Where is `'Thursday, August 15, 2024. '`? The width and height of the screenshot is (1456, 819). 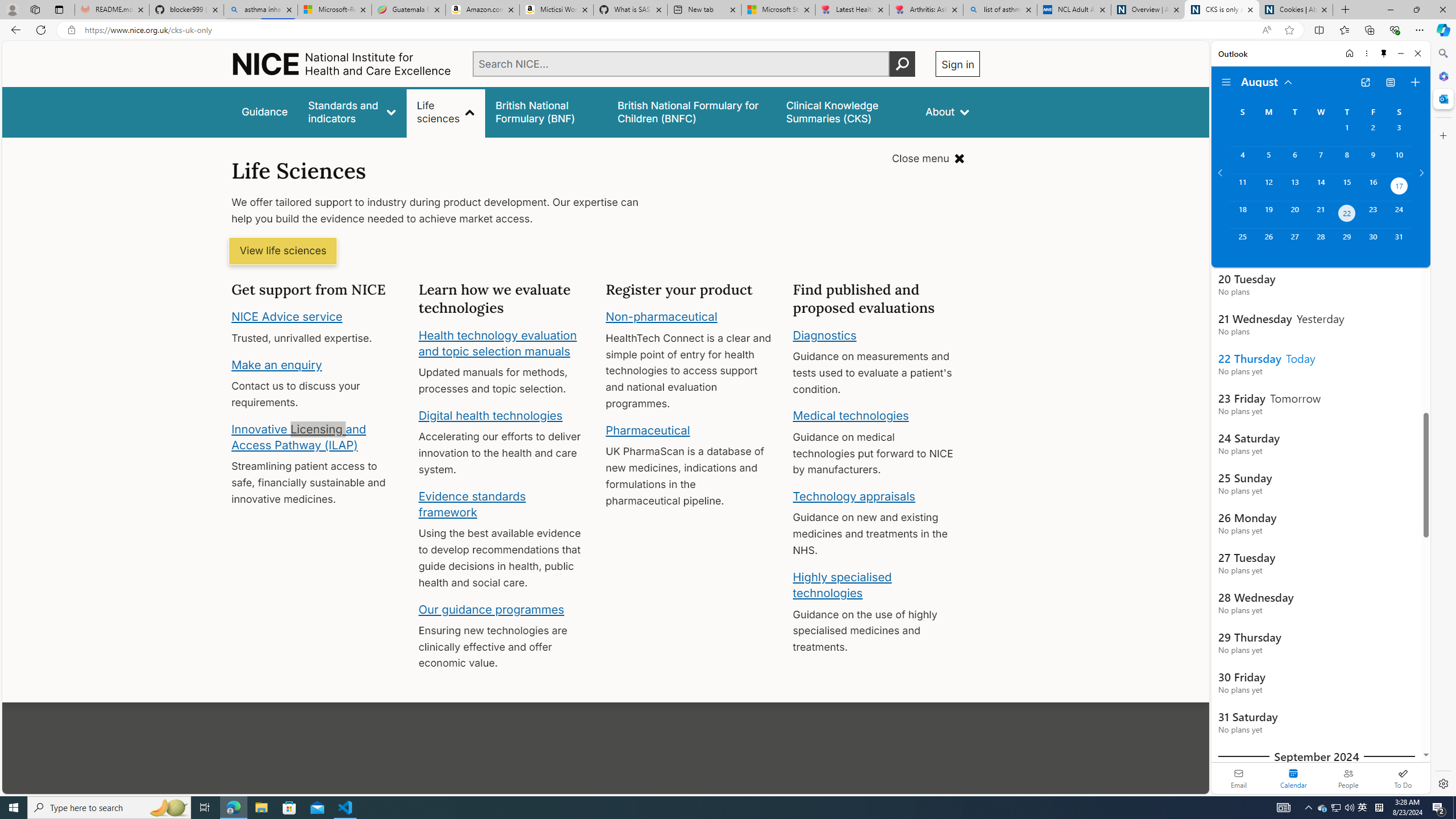 'Thursday, August 15, 2024. ' is located at coordinates (1347, 187).